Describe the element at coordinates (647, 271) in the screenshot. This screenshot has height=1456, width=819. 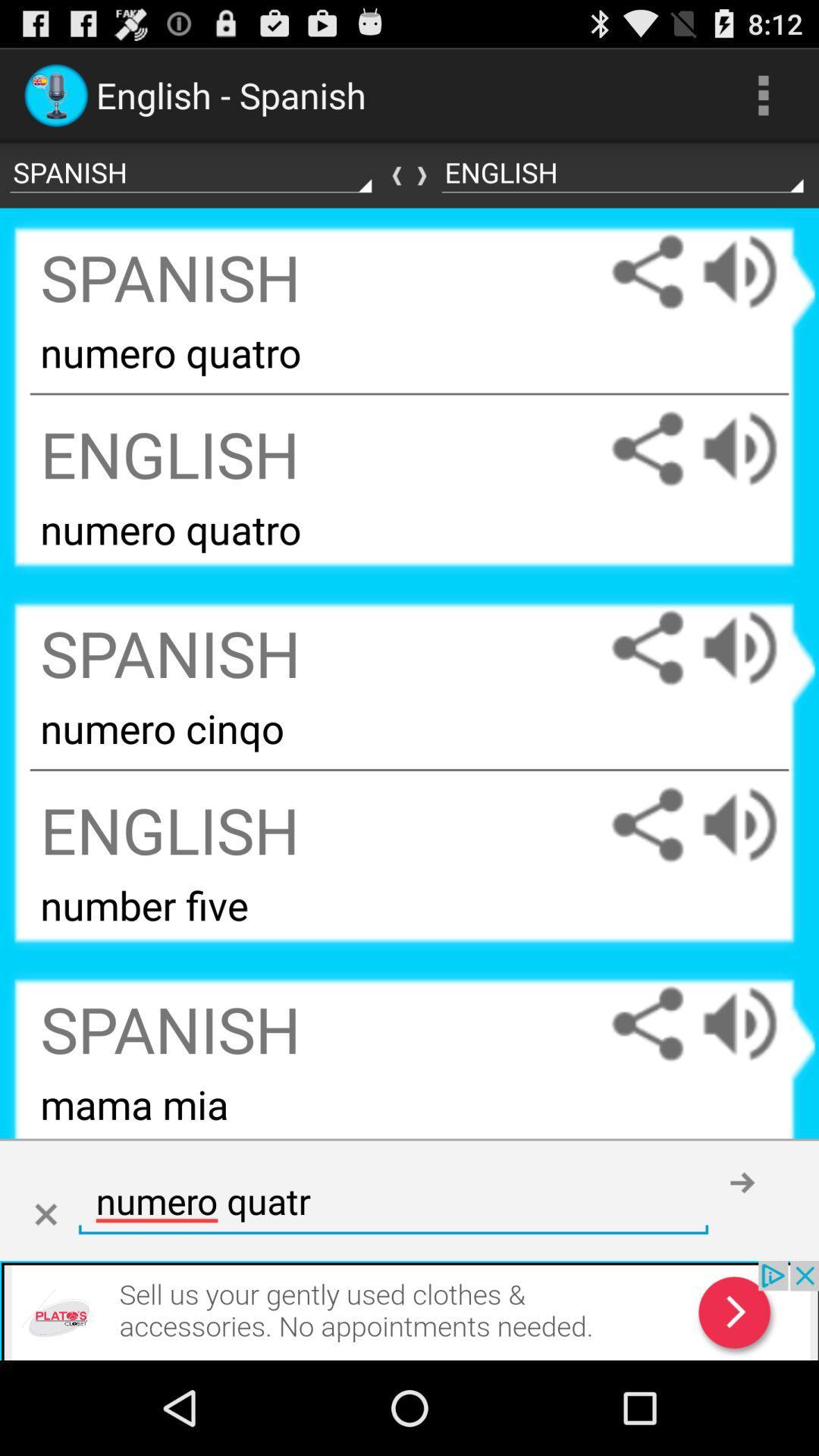
I see `share spanish numero quatro` at that location.